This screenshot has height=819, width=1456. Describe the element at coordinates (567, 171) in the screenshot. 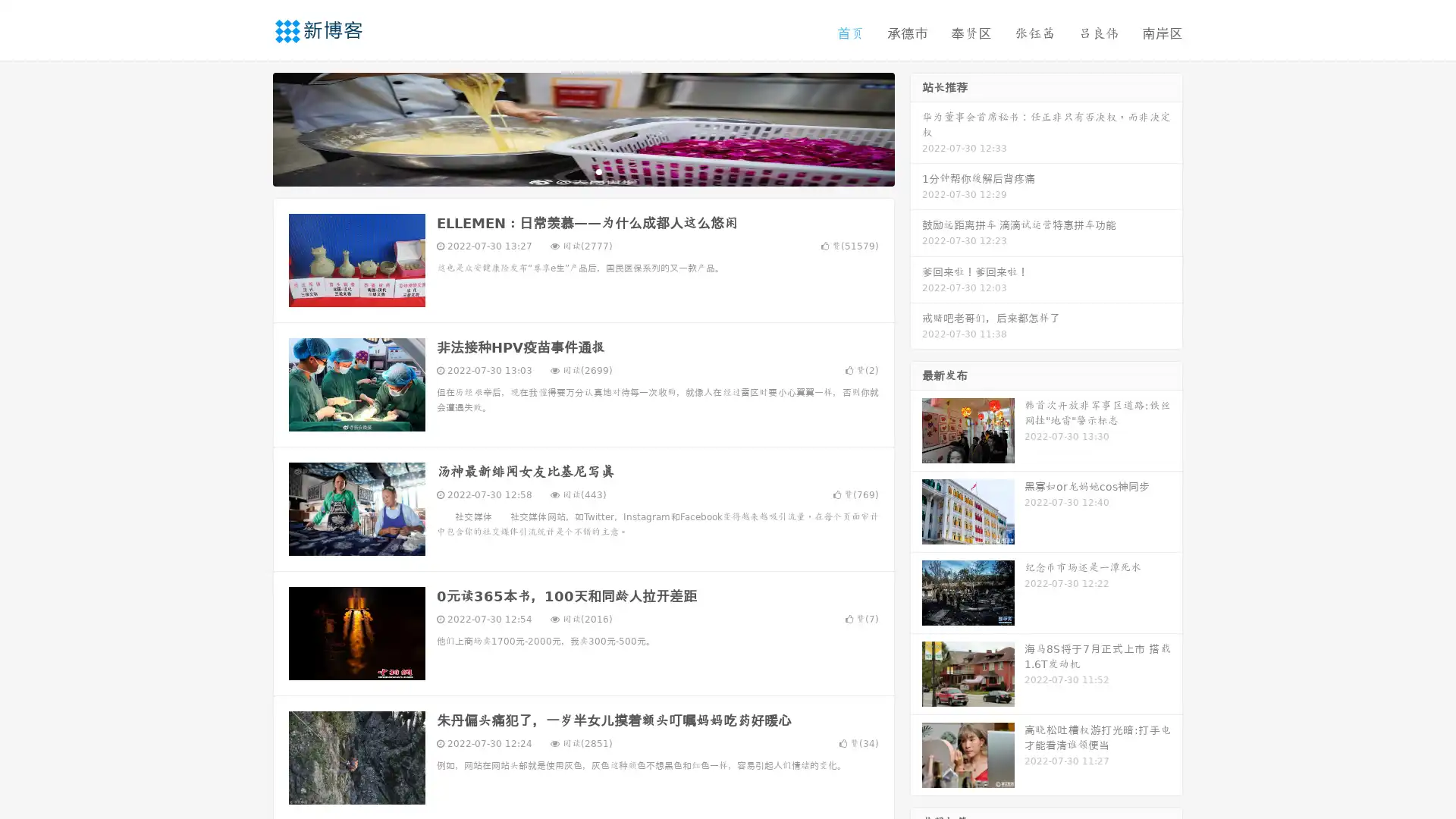

I see `Go to slide 1` at that location.